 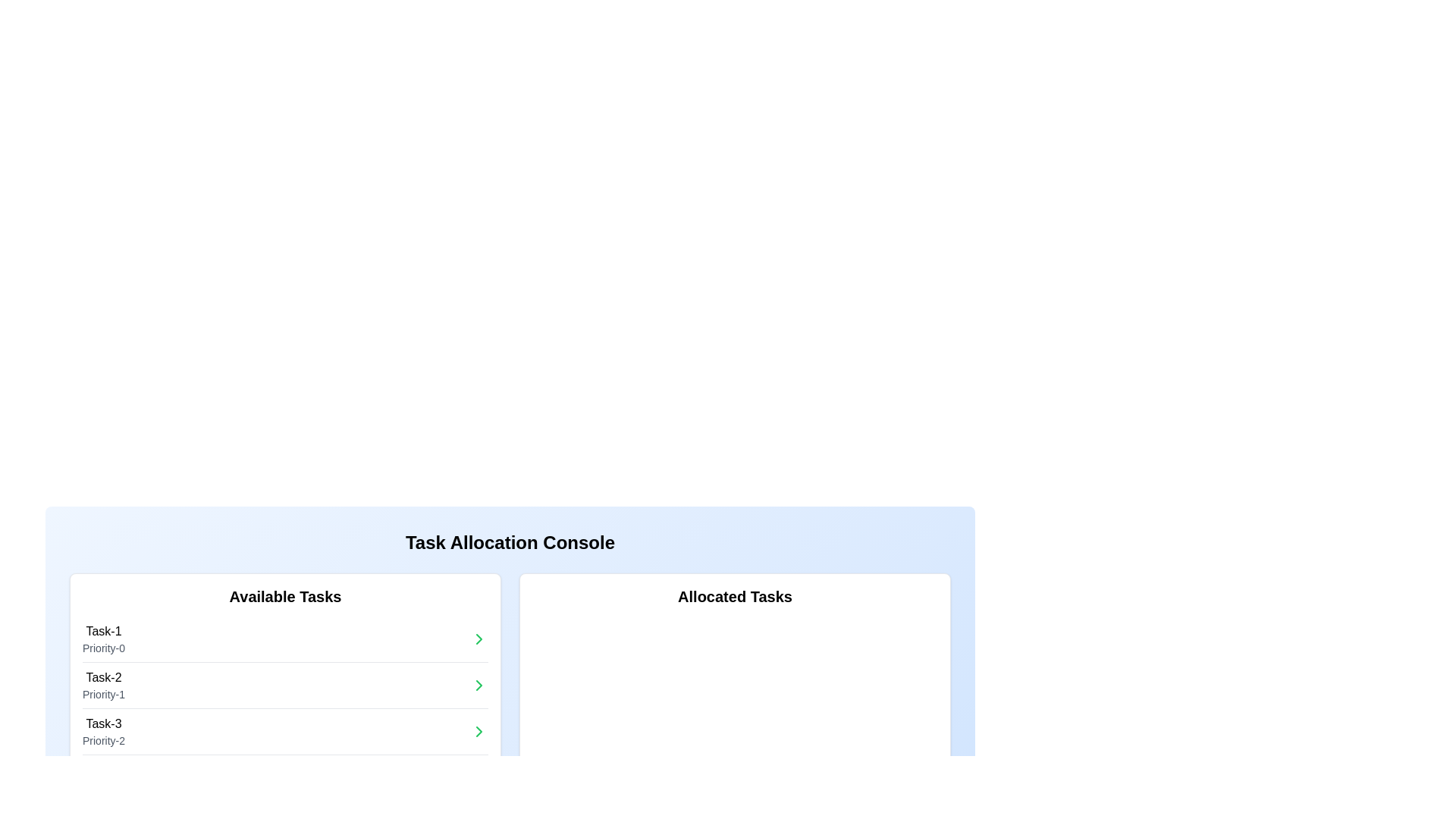 I want to click on the second rightward-pointing chevron icon next to 'Task-2 Priority-1' in the 'Available Tasks' panel, so click(x=479, y=639).